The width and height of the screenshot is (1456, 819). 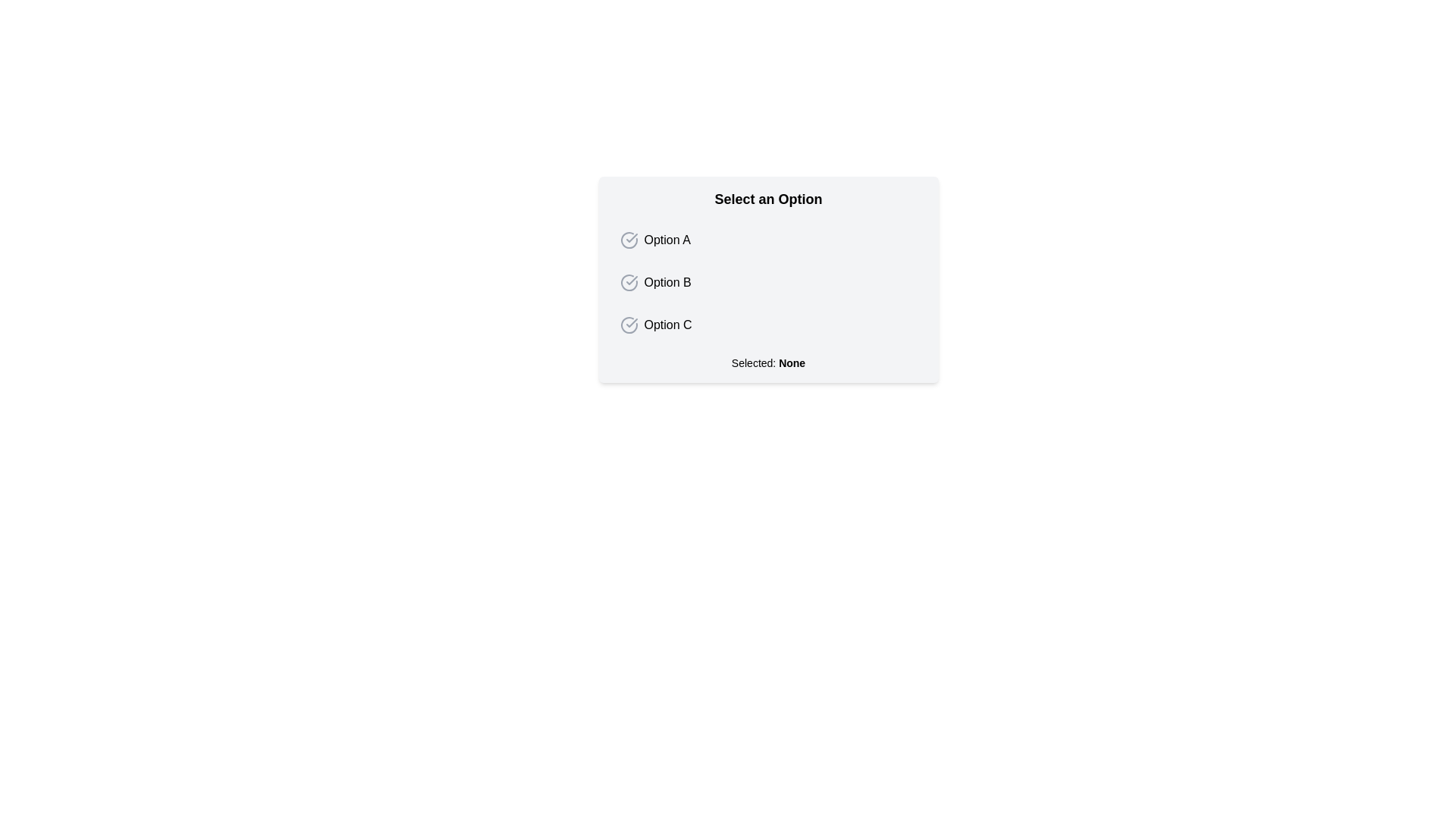 I want to click on the text label displaying 'Selected: None', which is positioned at the bottom of the box below the selection options, so click(x=768, y=362).